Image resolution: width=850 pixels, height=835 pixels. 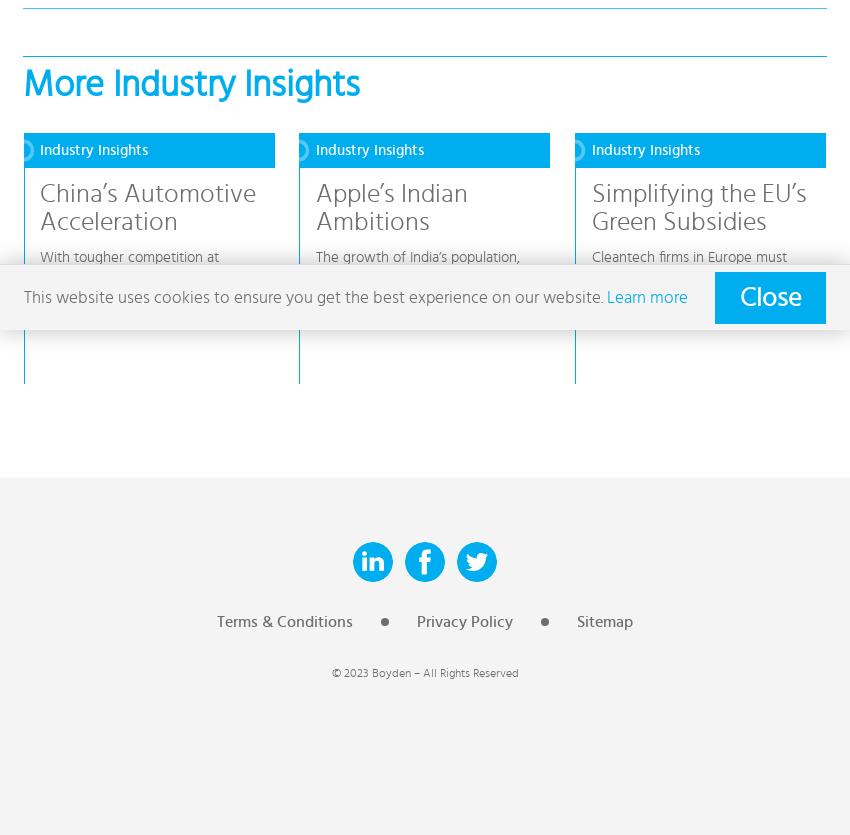 I want to click on 'Sitemap', so click(x=604, y=620).